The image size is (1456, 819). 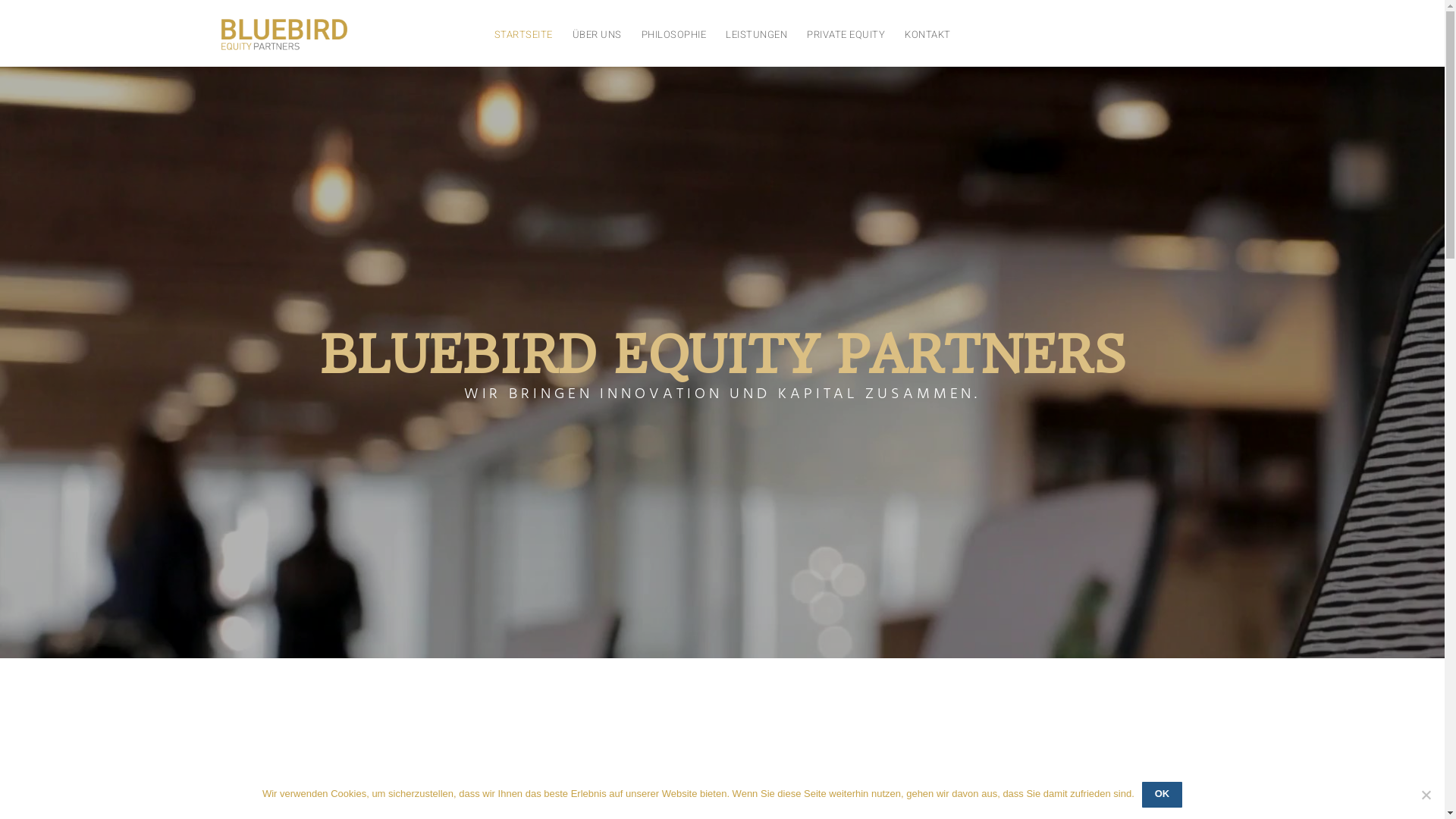 I want to click on 'STARTSEITE', so click(x=522, y=34).